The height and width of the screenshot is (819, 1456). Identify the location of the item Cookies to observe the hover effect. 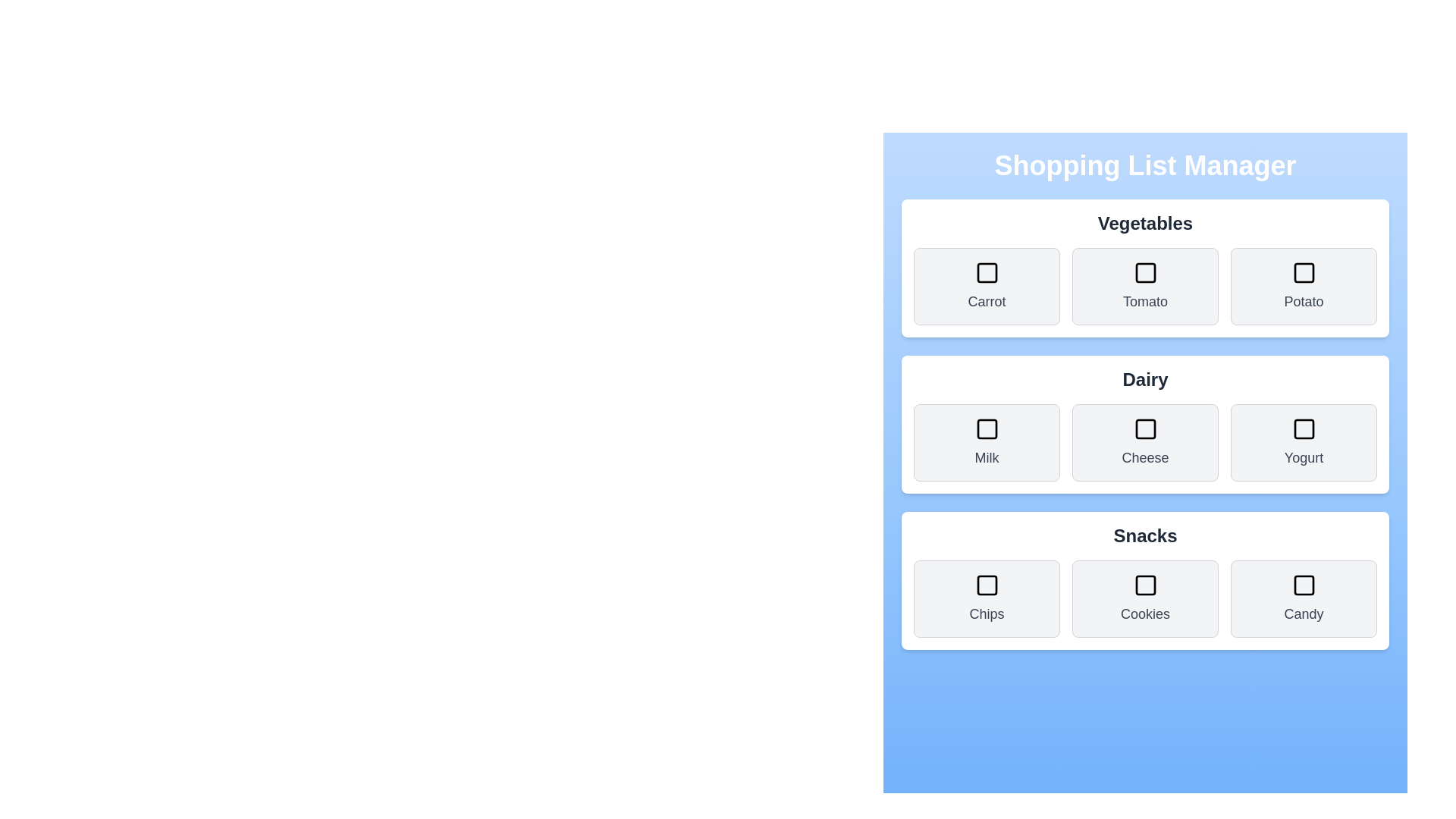
(1145, 598).